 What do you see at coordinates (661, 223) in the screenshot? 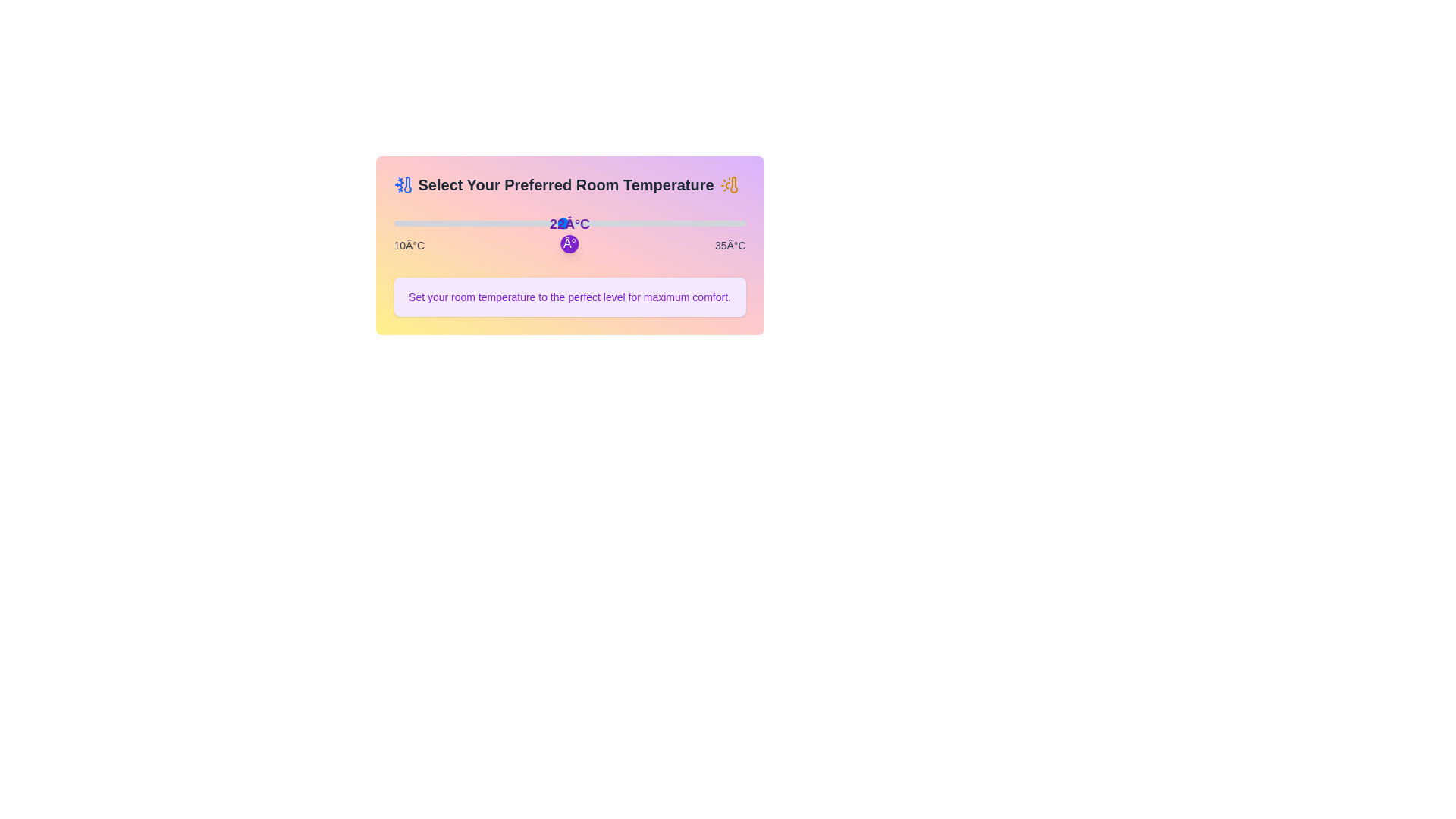
I see `the slider to a specific temperature 29 in degrees Celsius` at bounding box center [661, 223].